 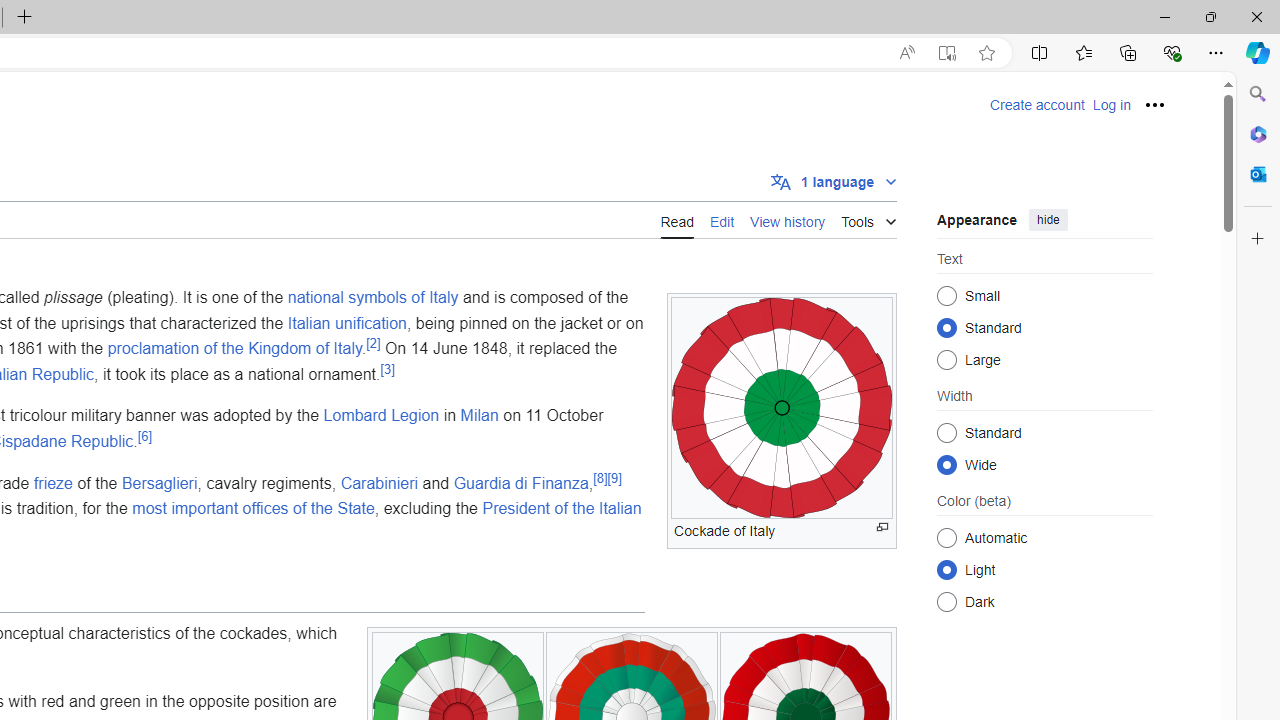 What do you see at coordinates (1037, 105) in the screenshot?
I see `'Create account'` at bounding box center [1037, 105].